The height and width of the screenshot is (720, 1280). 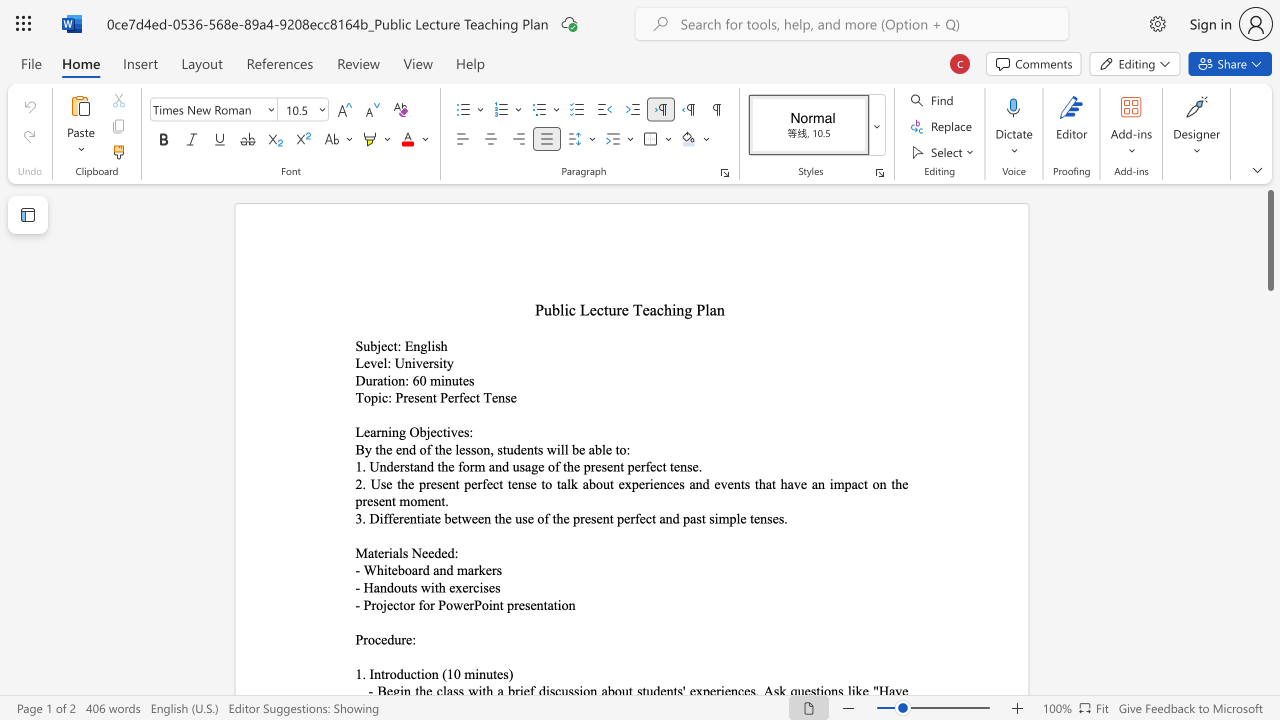 I want to click on the 1th character "c" in the text, so click(x=385, y=397).